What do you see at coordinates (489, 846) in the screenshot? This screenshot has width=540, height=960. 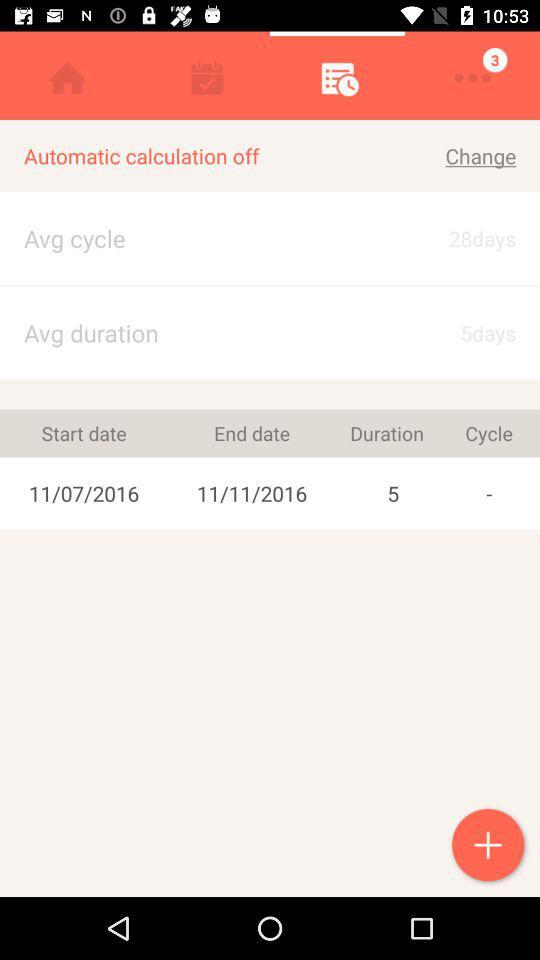 I see `this button adding option` at bounding box center [489, 846].